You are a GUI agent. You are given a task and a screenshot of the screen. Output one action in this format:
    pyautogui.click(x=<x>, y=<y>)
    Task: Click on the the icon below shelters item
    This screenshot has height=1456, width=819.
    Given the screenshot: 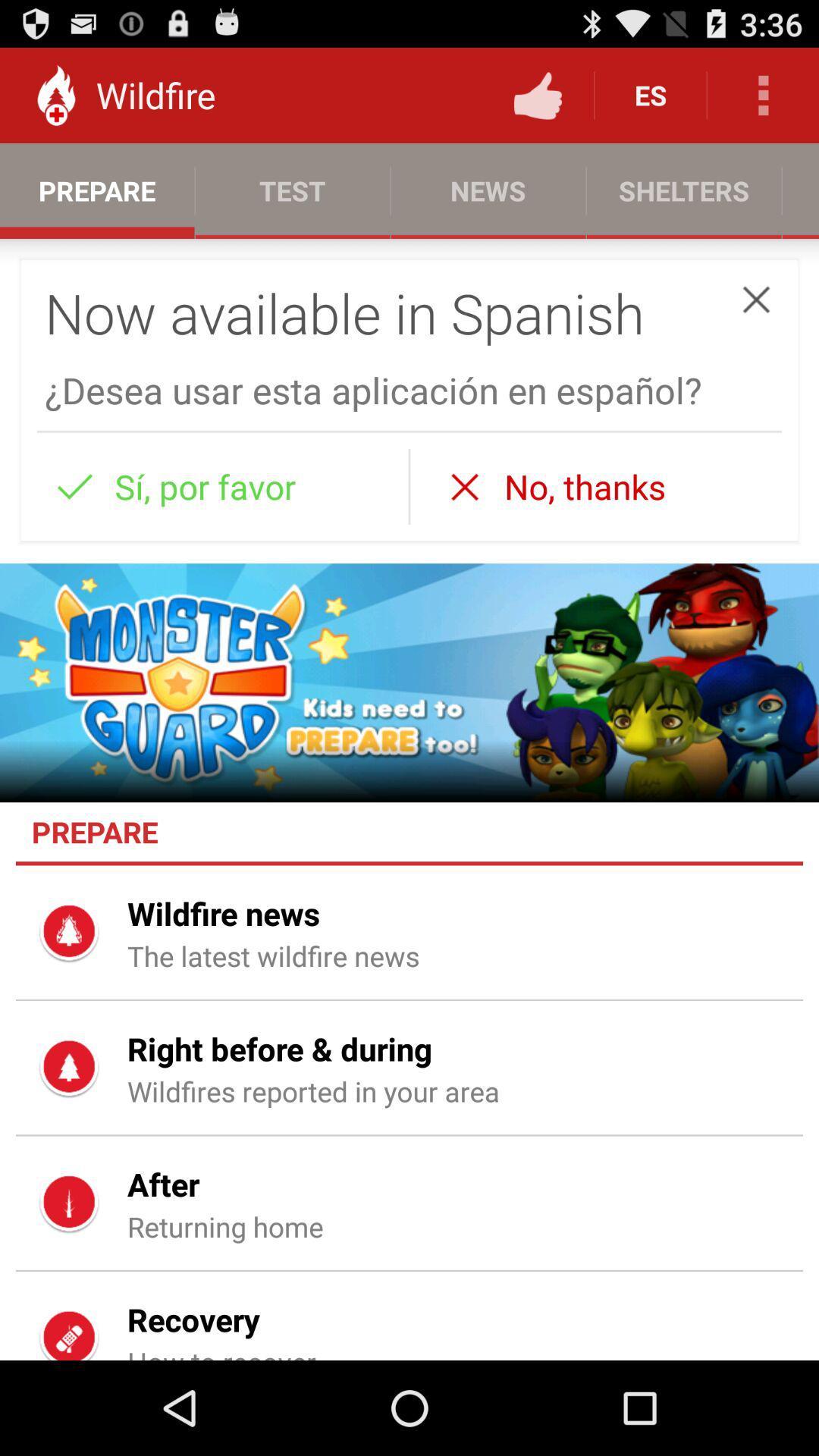 What is the action you would take?
    pyautogui.click(x=756, y=300)
    